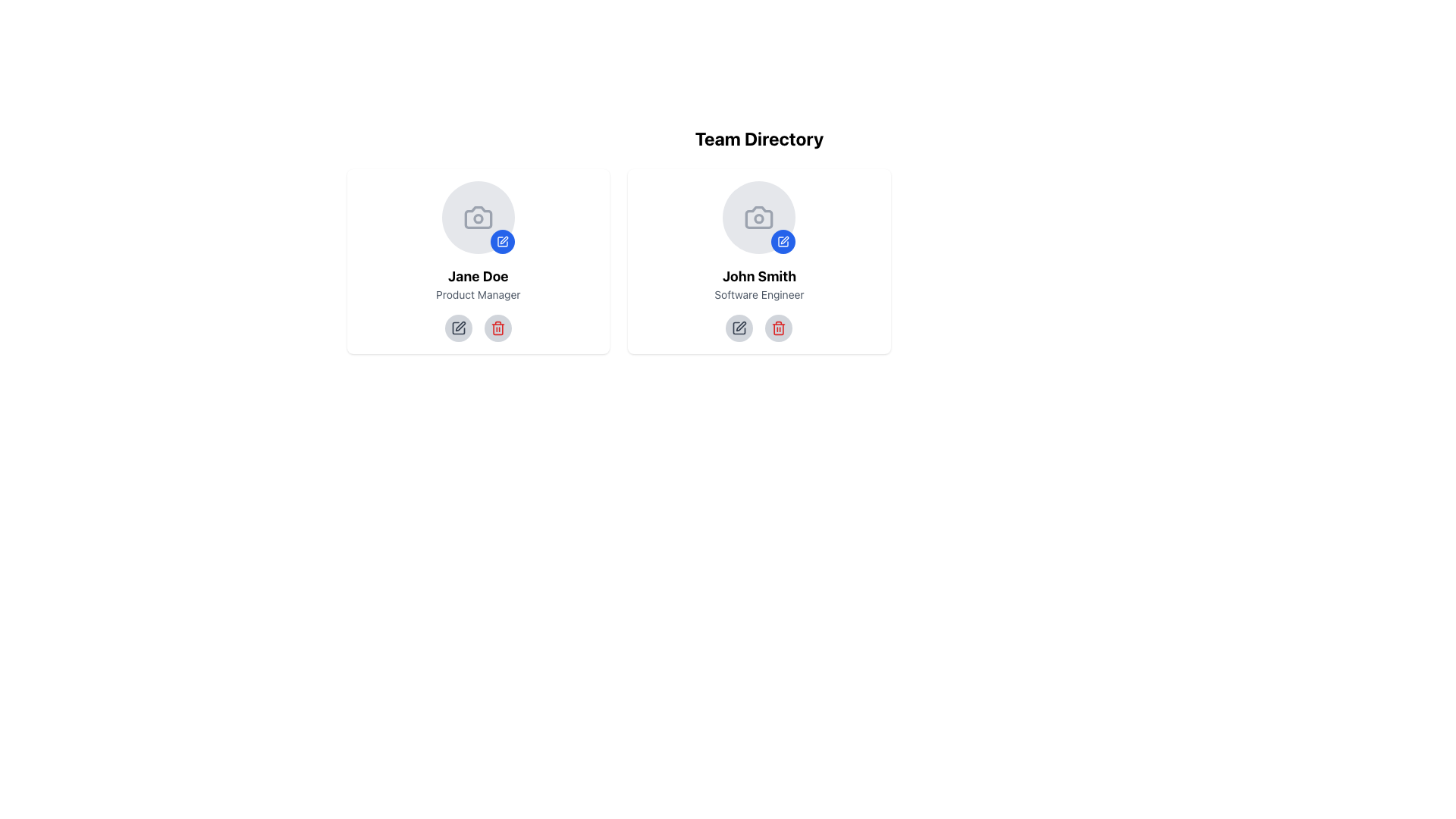 This screenshot has width=1456, height=819. Describe the element at coordinates (739, 327) in the screenshot. I see `the edit profile button for 'John Smith', which is the first button in a horizontal group below his profile card` at that location.